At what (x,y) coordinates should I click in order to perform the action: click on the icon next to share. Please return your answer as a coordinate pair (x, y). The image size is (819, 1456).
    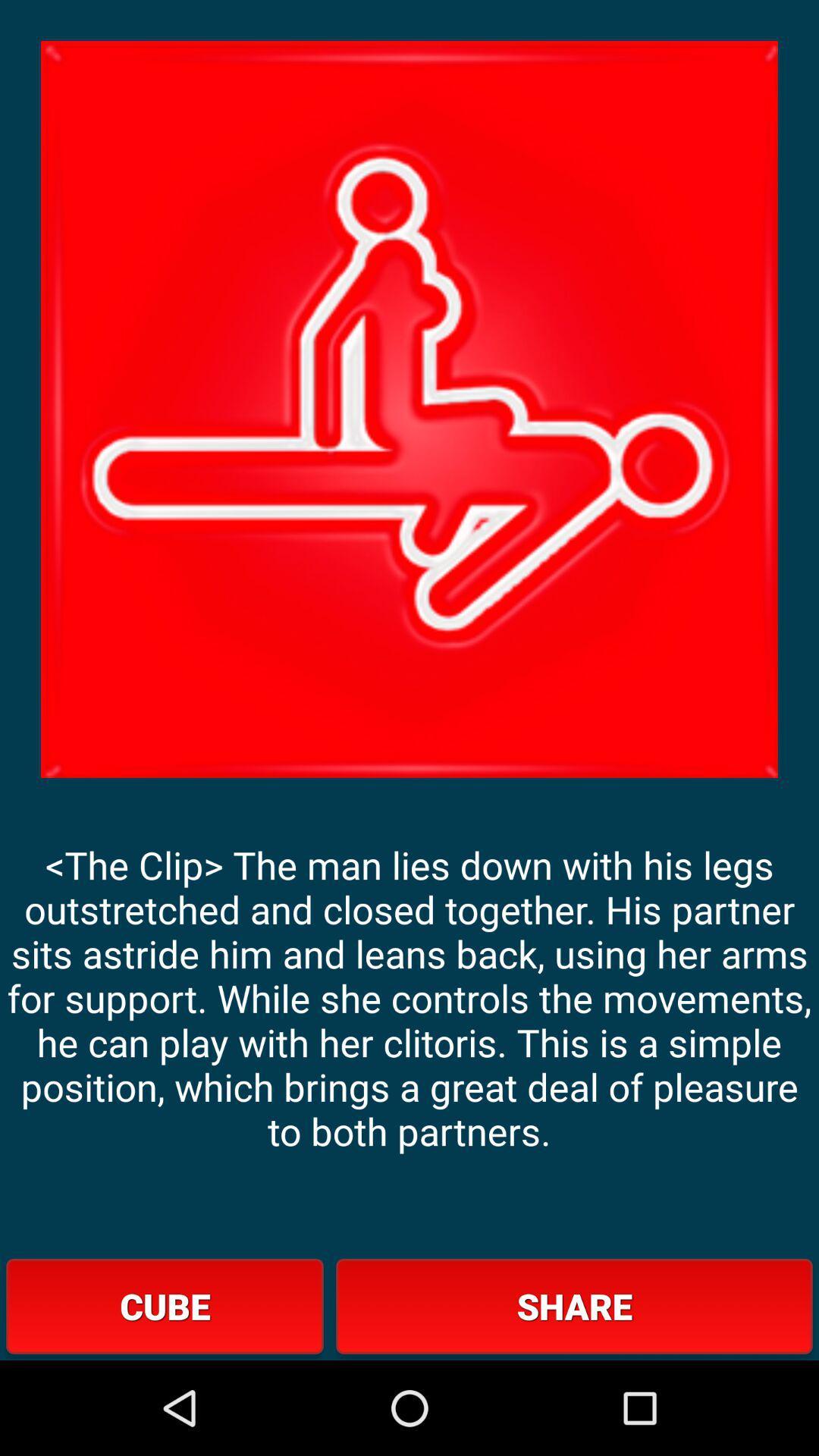
    Looking at the image, I should click on (165, 1305).